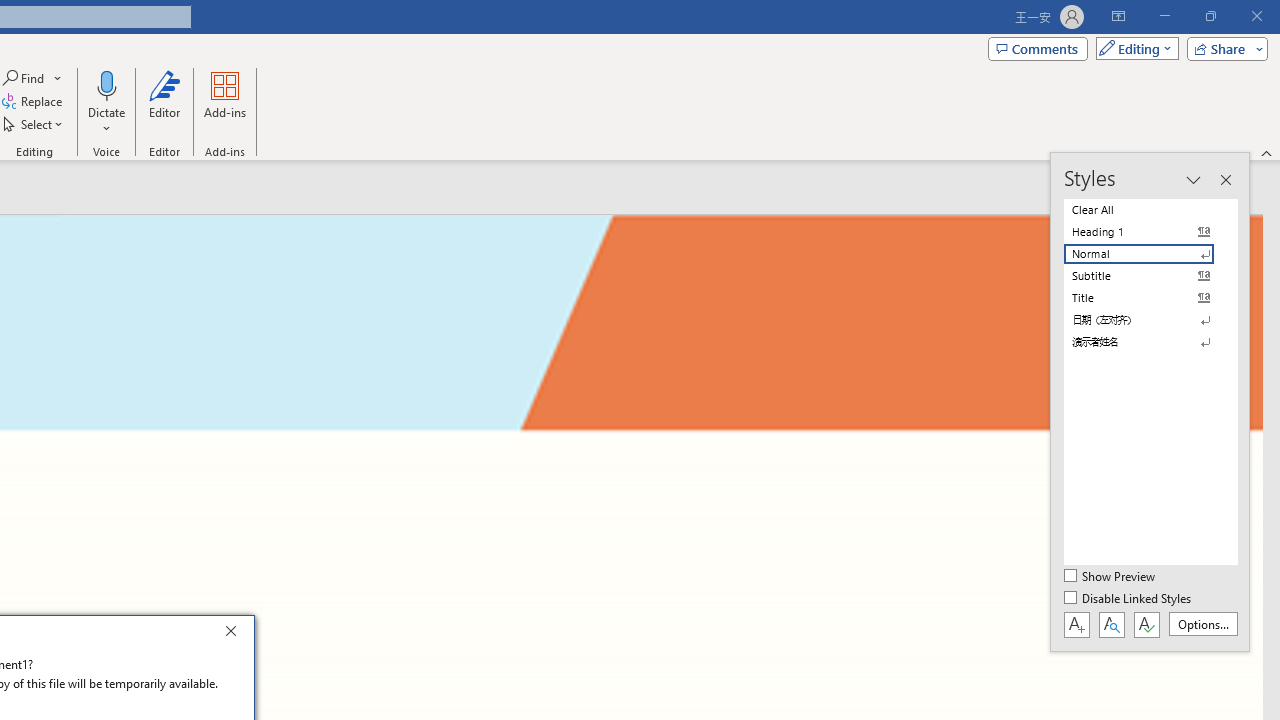 The width and height of the screenshot is (1280, 720). What do you see at coordinates (164, 103) in the screenshot?
I see `'Editor'` at bounding box center [164, 103].